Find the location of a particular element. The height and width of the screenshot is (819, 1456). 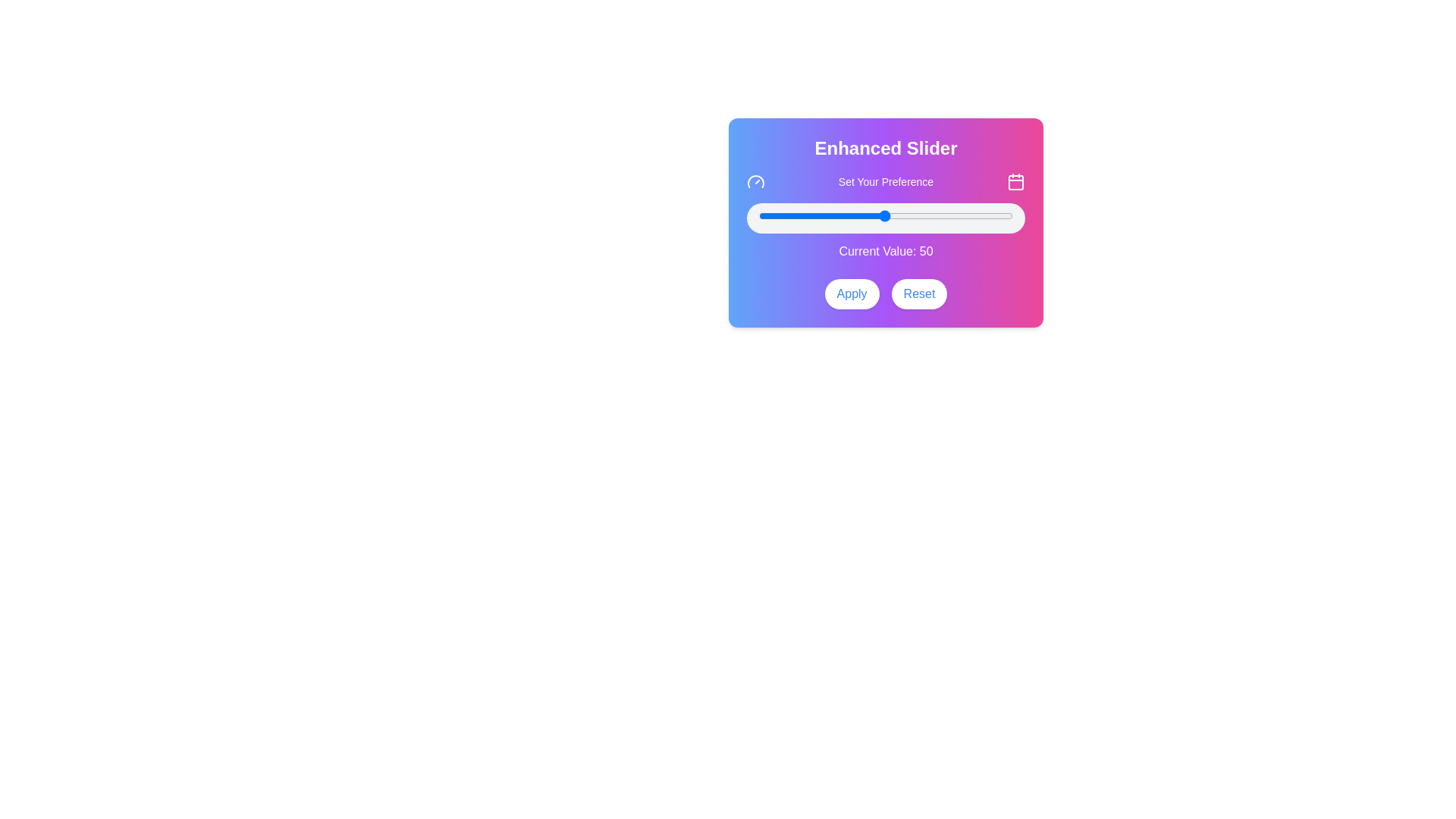

the slider is located at coordinates (915, 216).